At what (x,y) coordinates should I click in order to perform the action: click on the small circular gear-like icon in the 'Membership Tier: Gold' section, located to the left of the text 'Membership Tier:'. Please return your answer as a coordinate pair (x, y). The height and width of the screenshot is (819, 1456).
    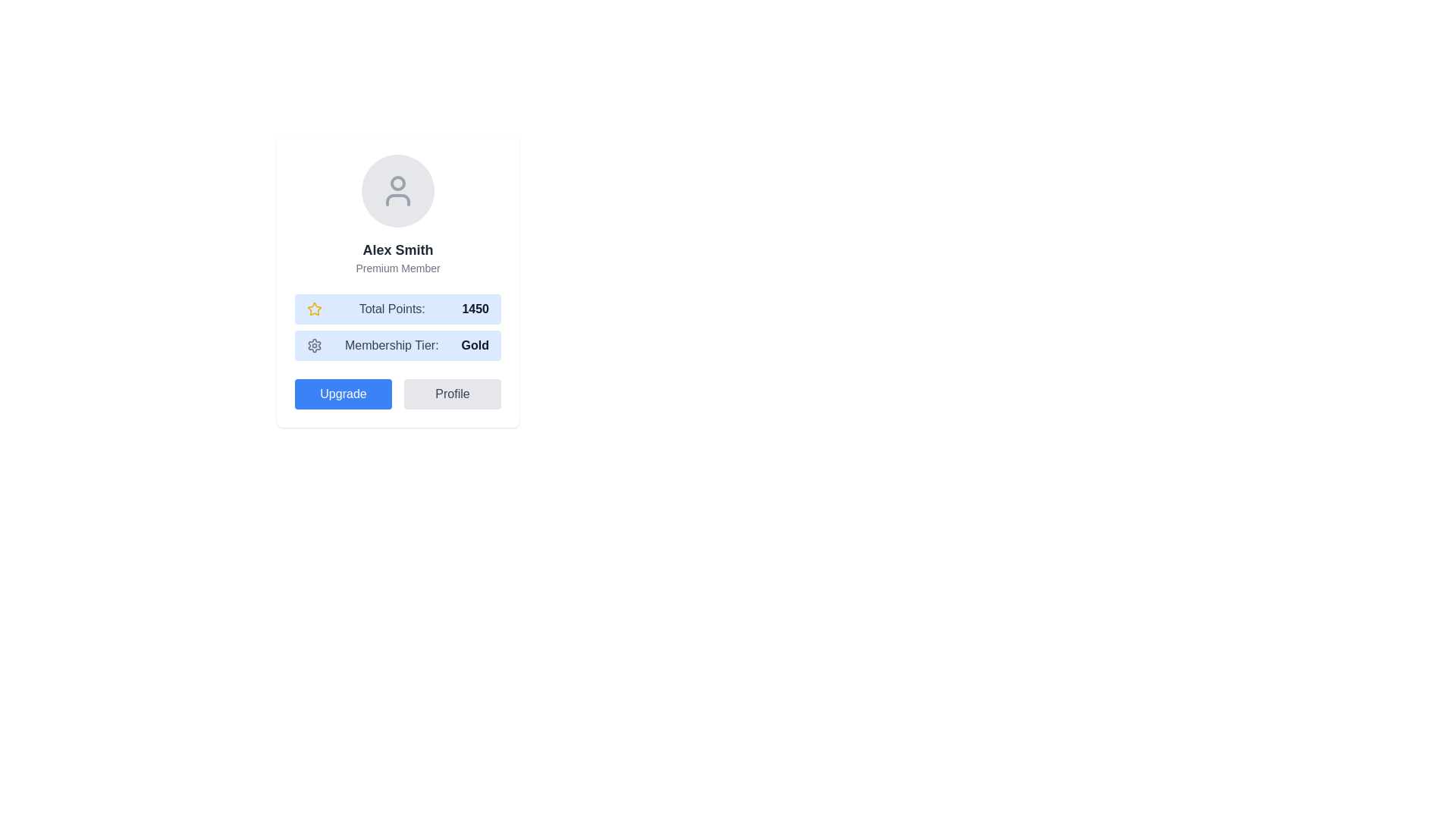
    Looking at the image, I should click on (313, 345).